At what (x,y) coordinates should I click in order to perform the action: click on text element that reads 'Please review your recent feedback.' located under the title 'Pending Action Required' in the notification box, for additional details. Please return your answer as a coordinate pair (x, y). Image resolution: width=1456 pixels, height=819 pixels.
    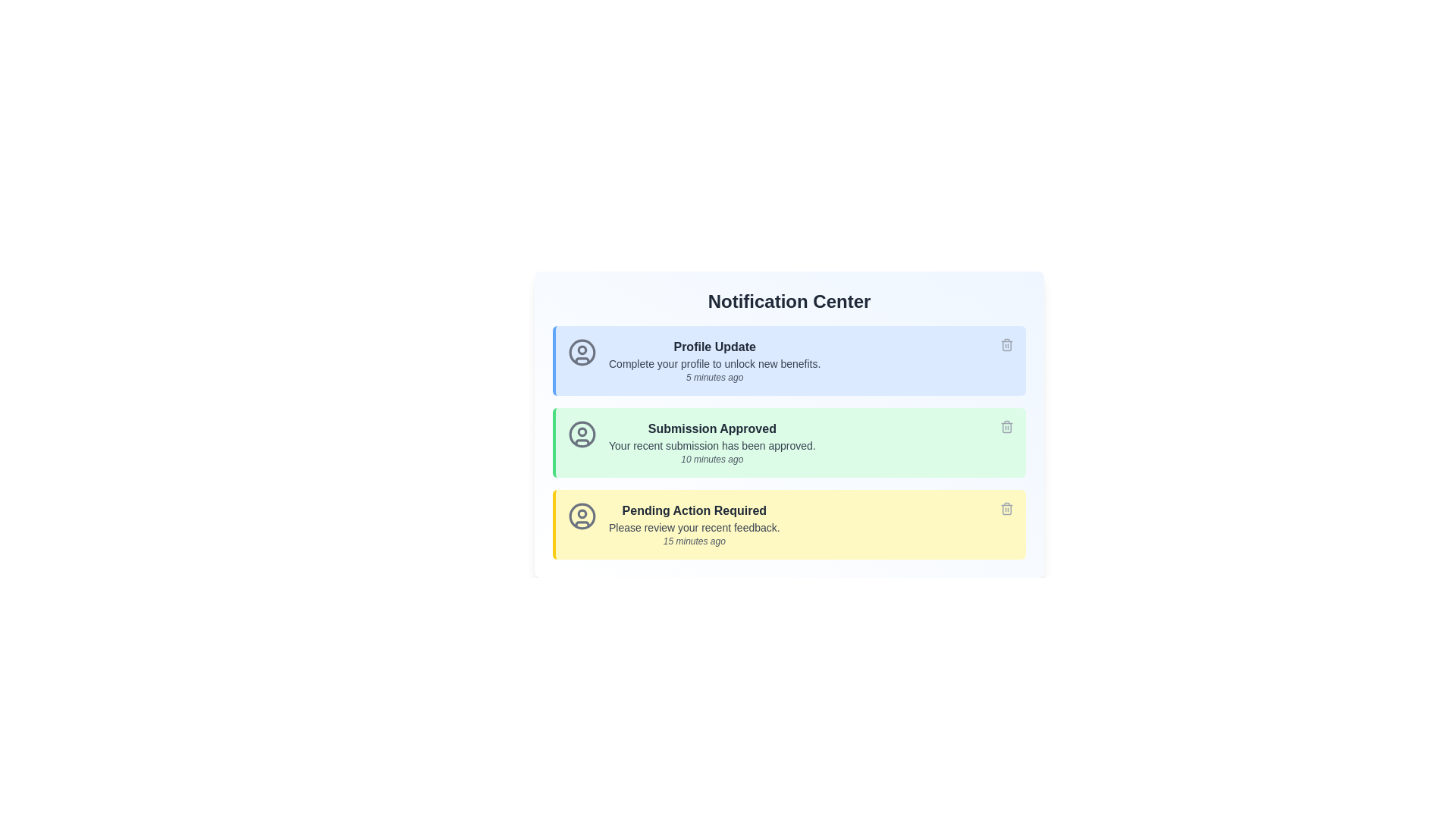
    Looking at the image, I should click on (693, 526).